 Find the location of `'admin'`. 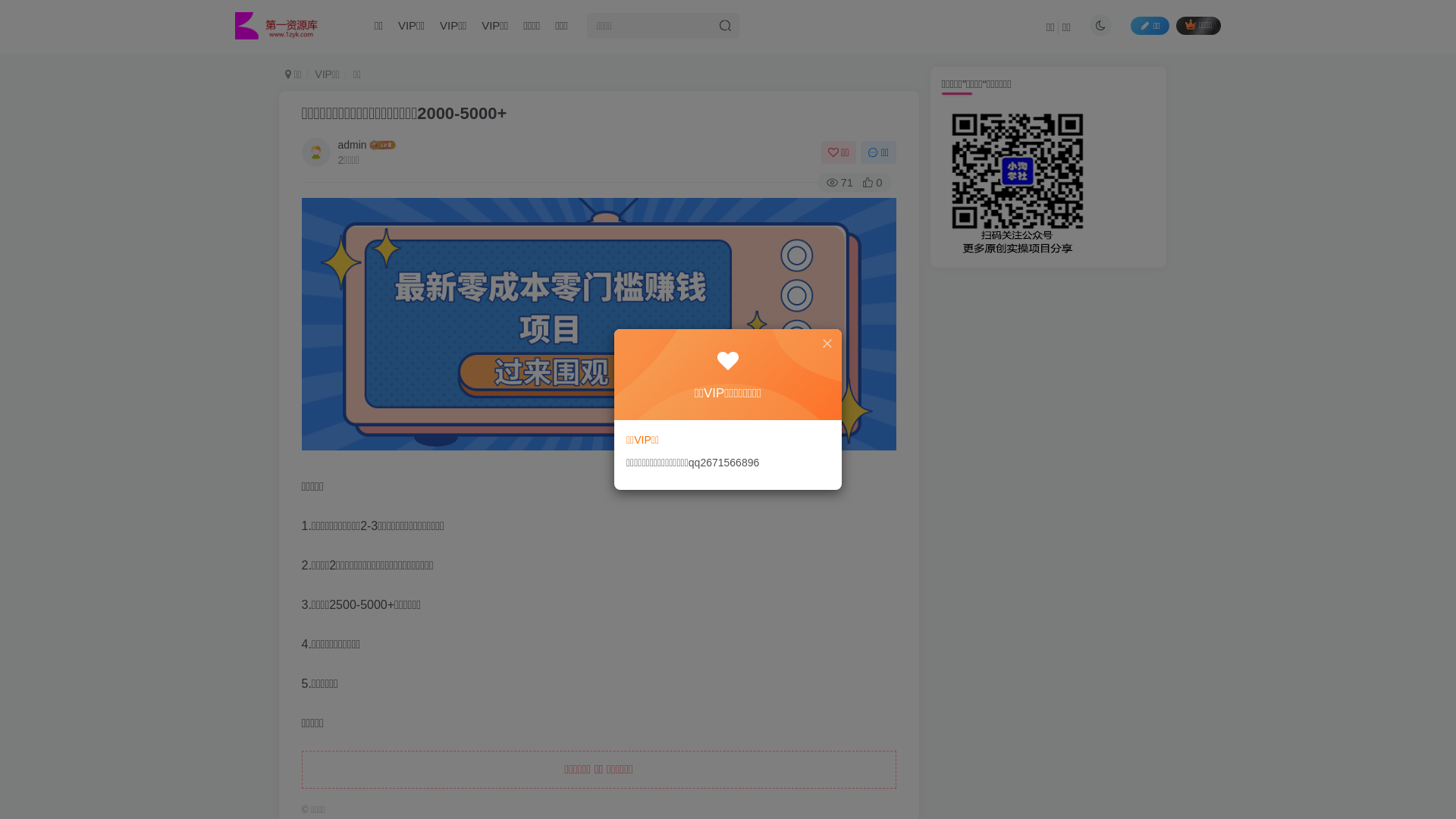

'admin' is located at coordinates (352, 145).